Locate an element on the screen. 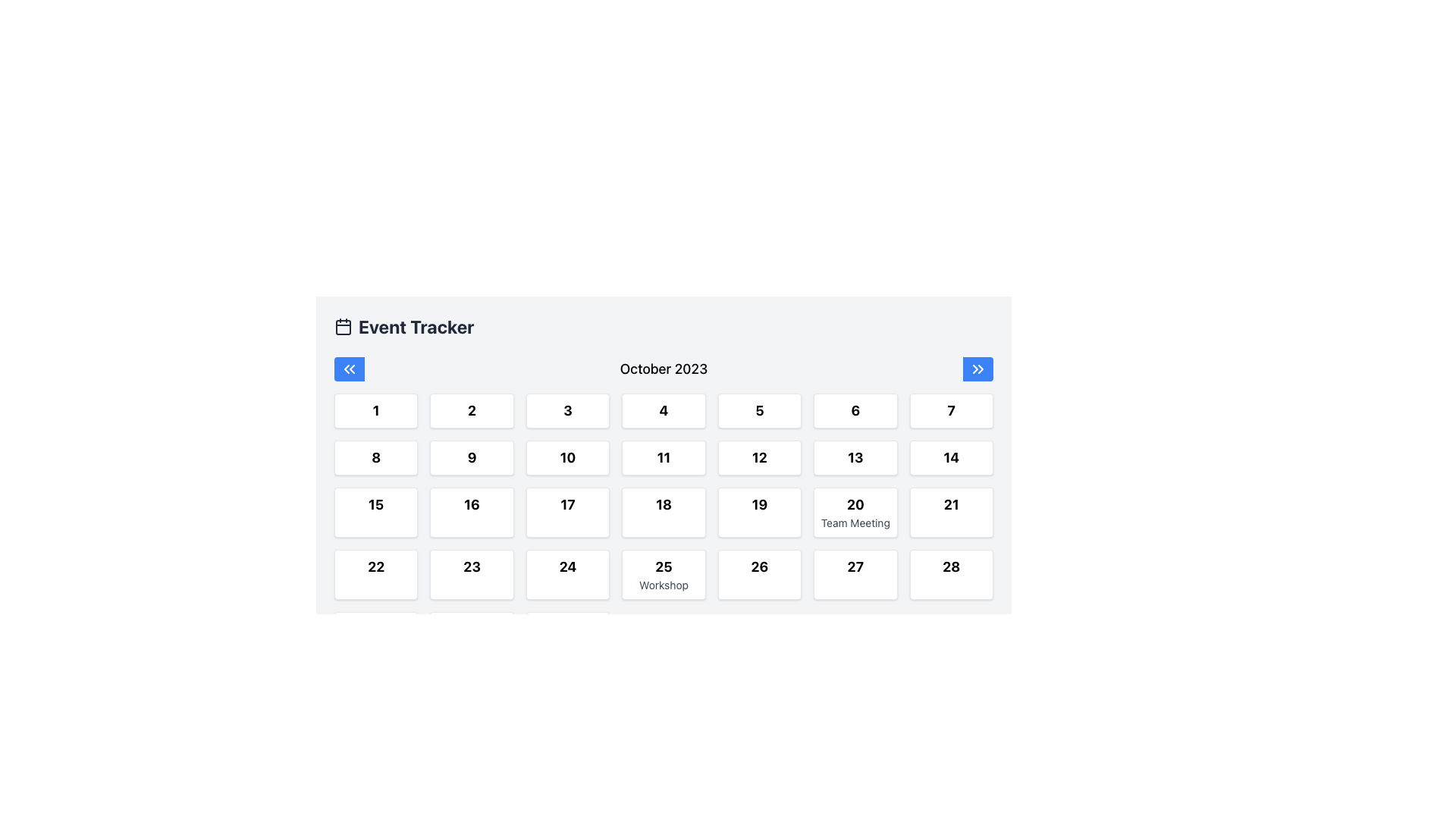  the small graphic arrow icon that forms part of the double-chevron symbol in the top-right corner of the calendar's header section to trigger a tooltip is located at coordinates (981, 369).